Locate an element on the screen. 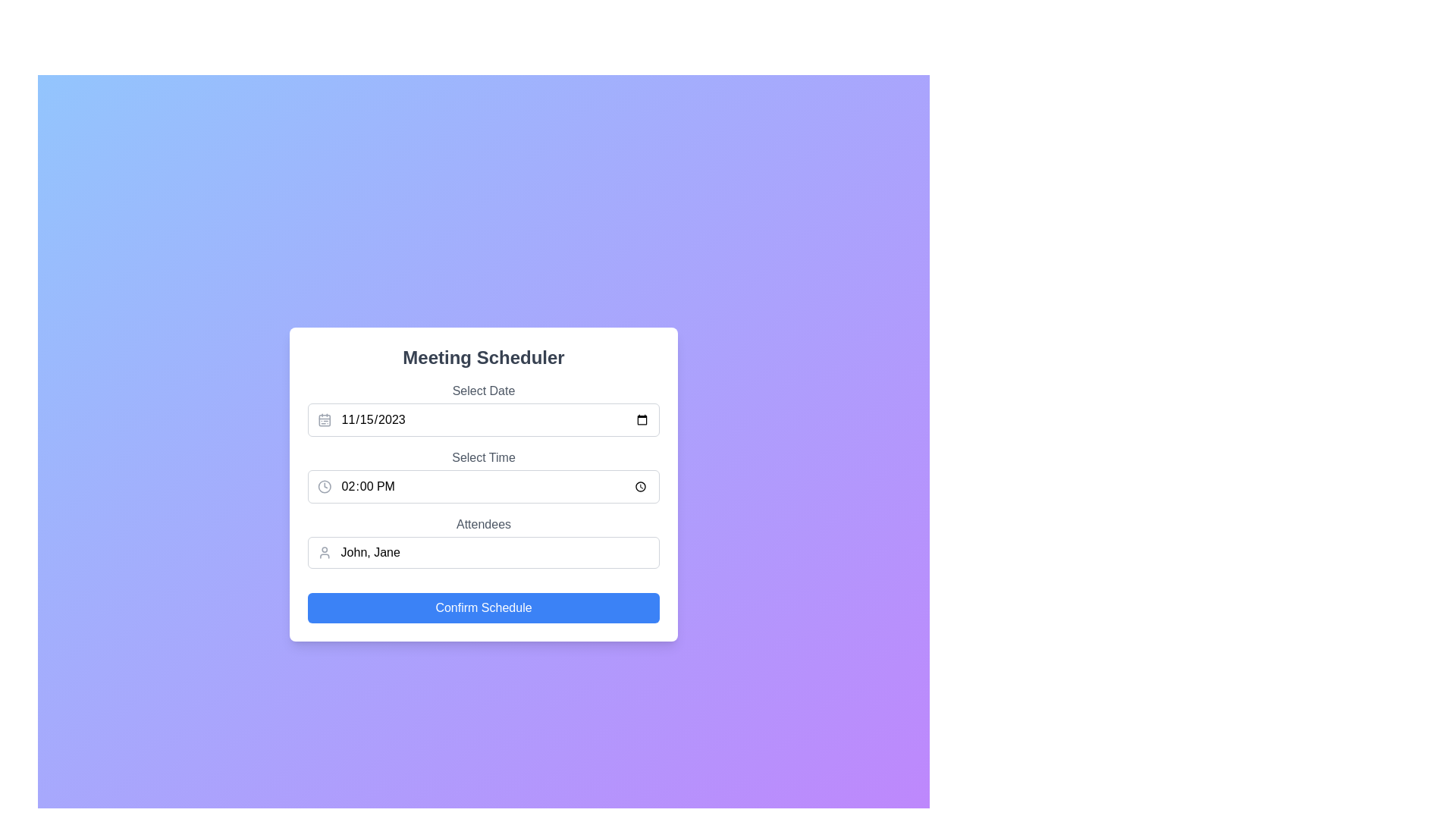 The height and width of the screenshot is (819, 1456). the decorative graphical element within the central rectangular part of the calendar icon is located at coordinates (324, 420).